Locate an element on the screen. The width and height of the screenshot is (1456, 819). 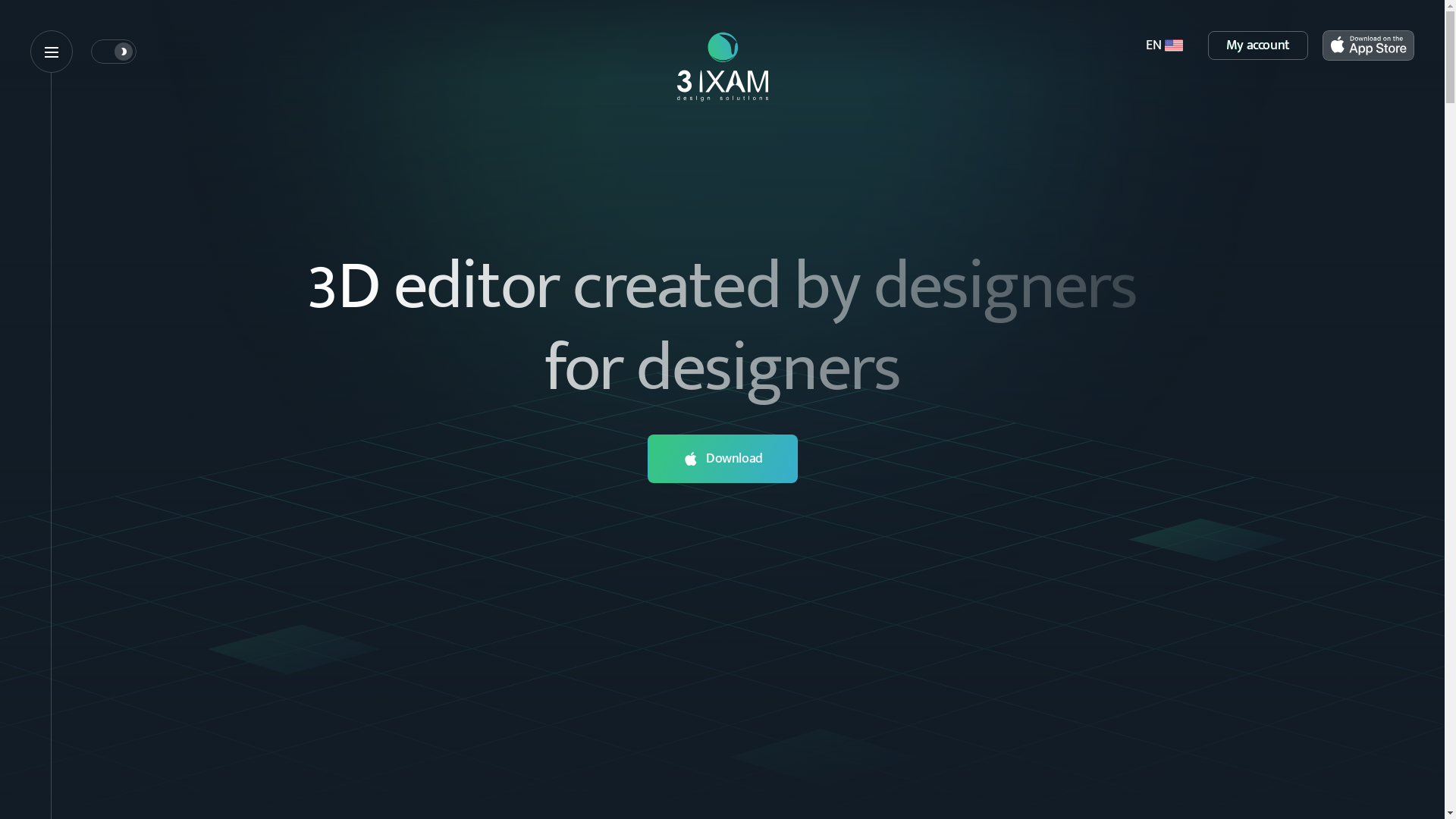
'EN' is located at coordinates (1163, 45).